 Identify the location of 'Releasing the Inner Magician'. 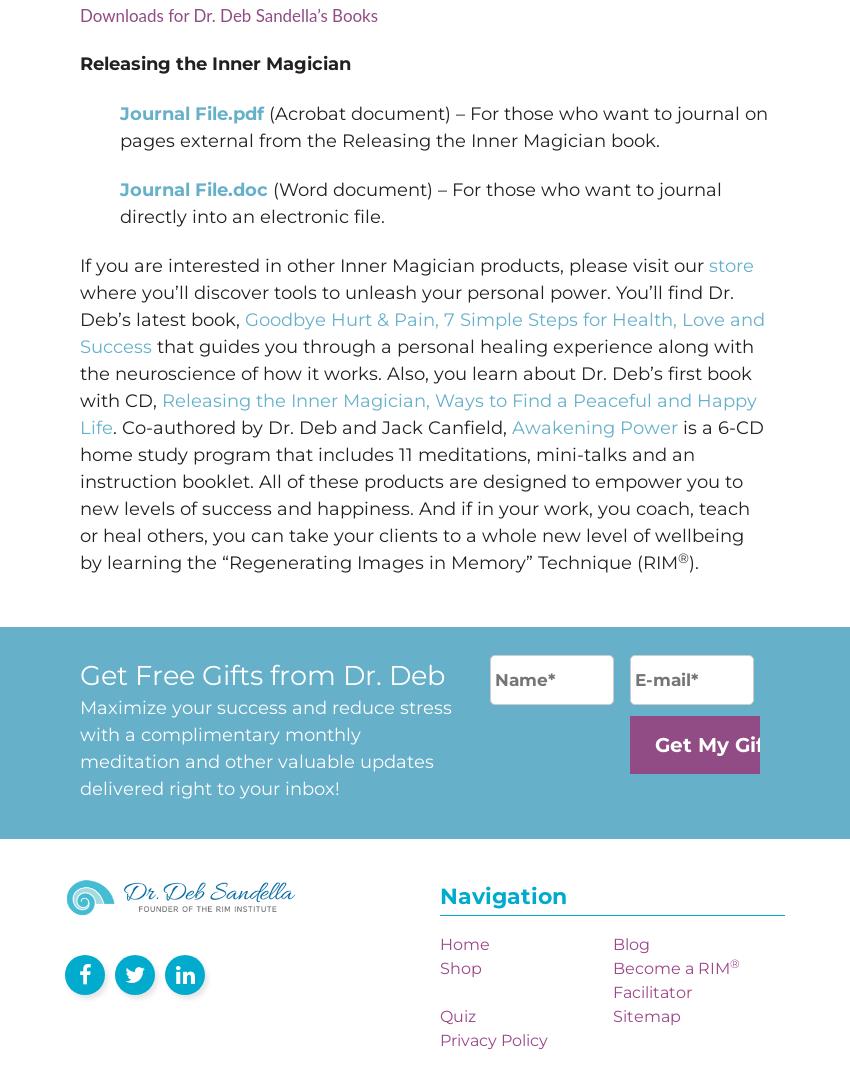
(215, 63).